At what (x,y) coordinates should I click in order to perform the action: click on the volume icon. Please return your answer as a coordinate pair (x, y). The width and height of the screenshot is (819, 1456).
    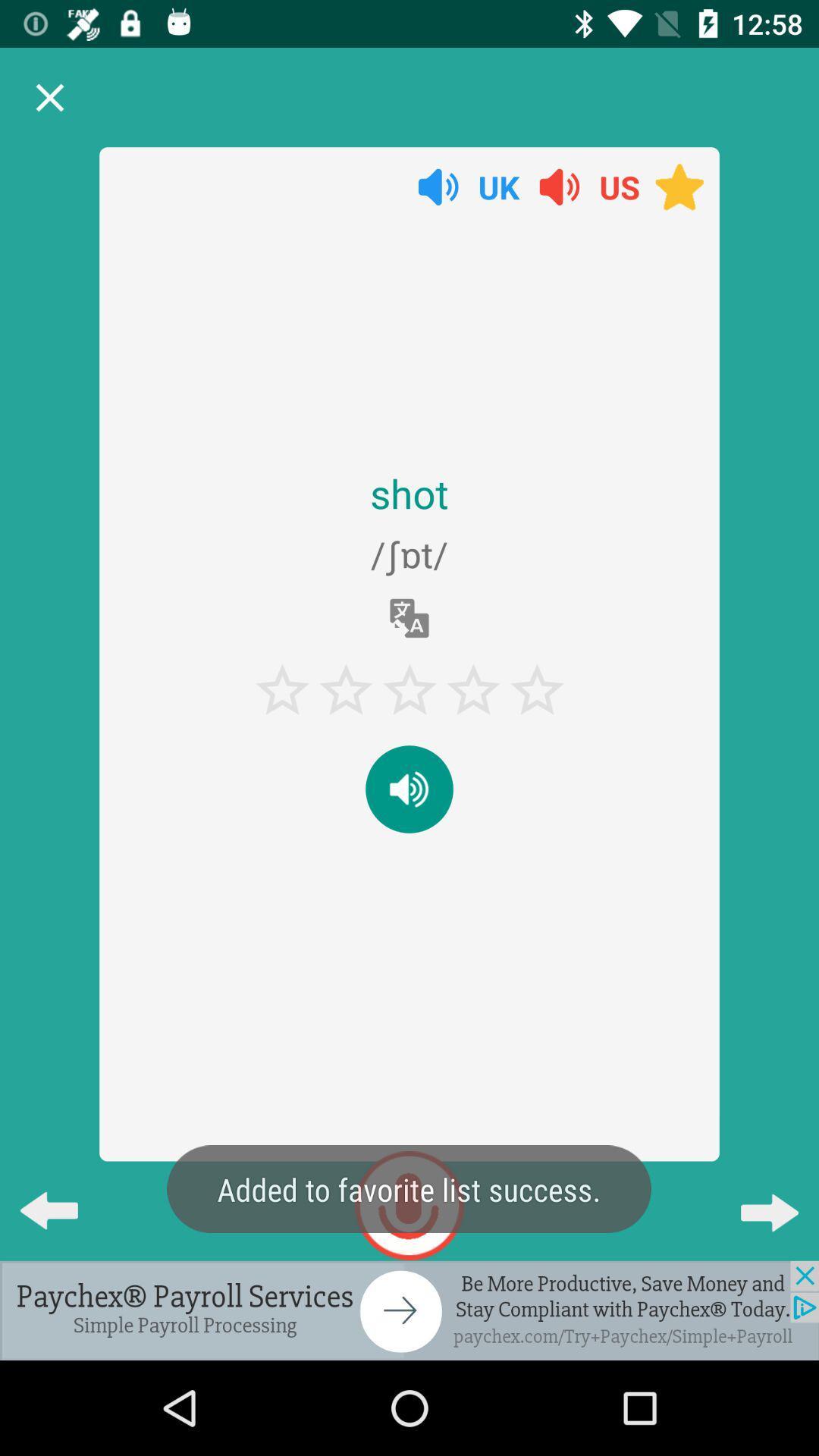
    Looking at the image, I should click on (438, 186).